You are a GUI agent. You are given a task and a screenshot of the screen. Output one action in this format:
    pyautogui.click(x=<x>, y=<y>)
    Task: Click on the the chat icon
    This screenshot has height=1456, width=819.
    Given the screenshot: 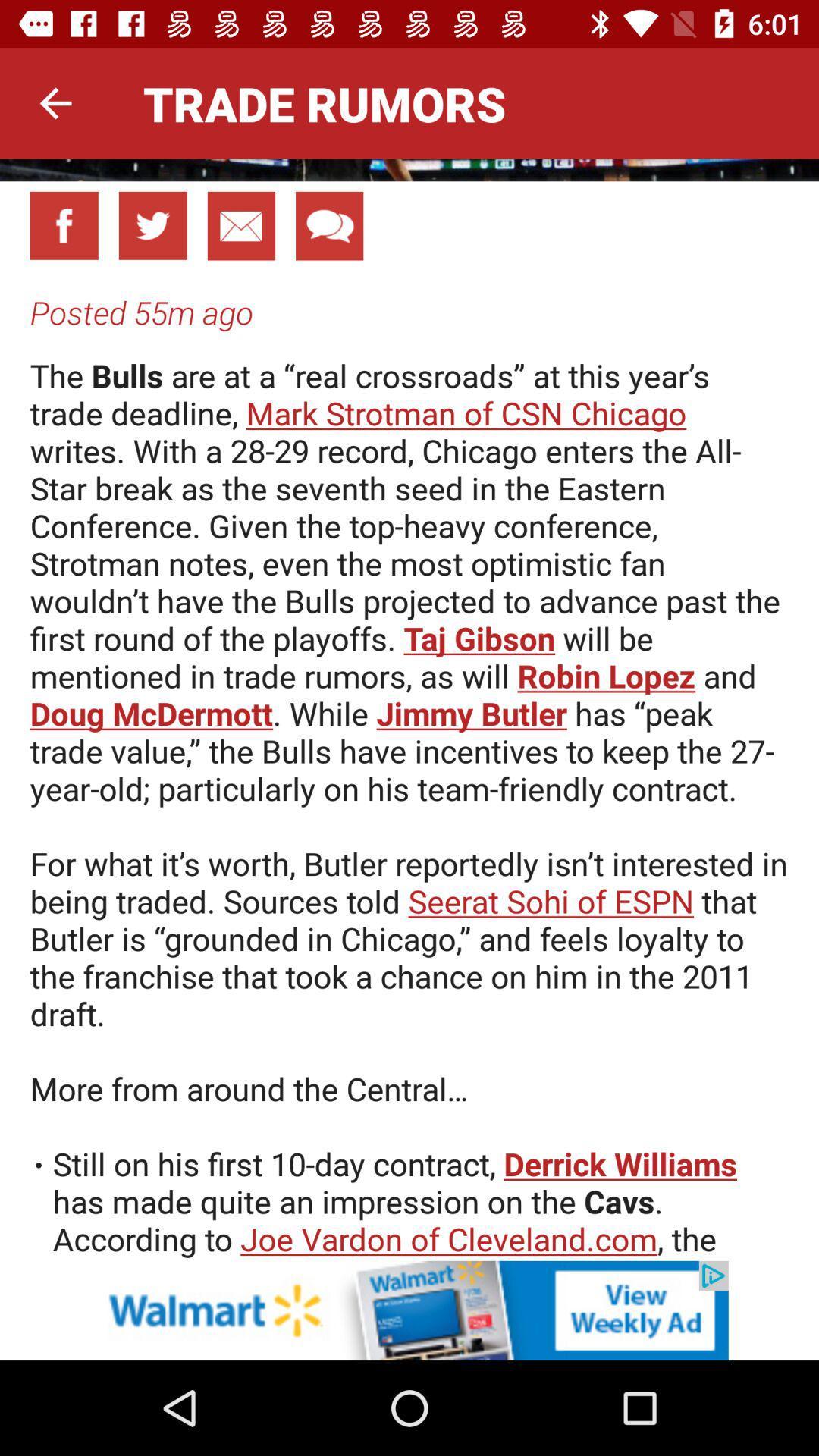 What is the action you would take?
    pyautogui.click(x=328, y=225)
    